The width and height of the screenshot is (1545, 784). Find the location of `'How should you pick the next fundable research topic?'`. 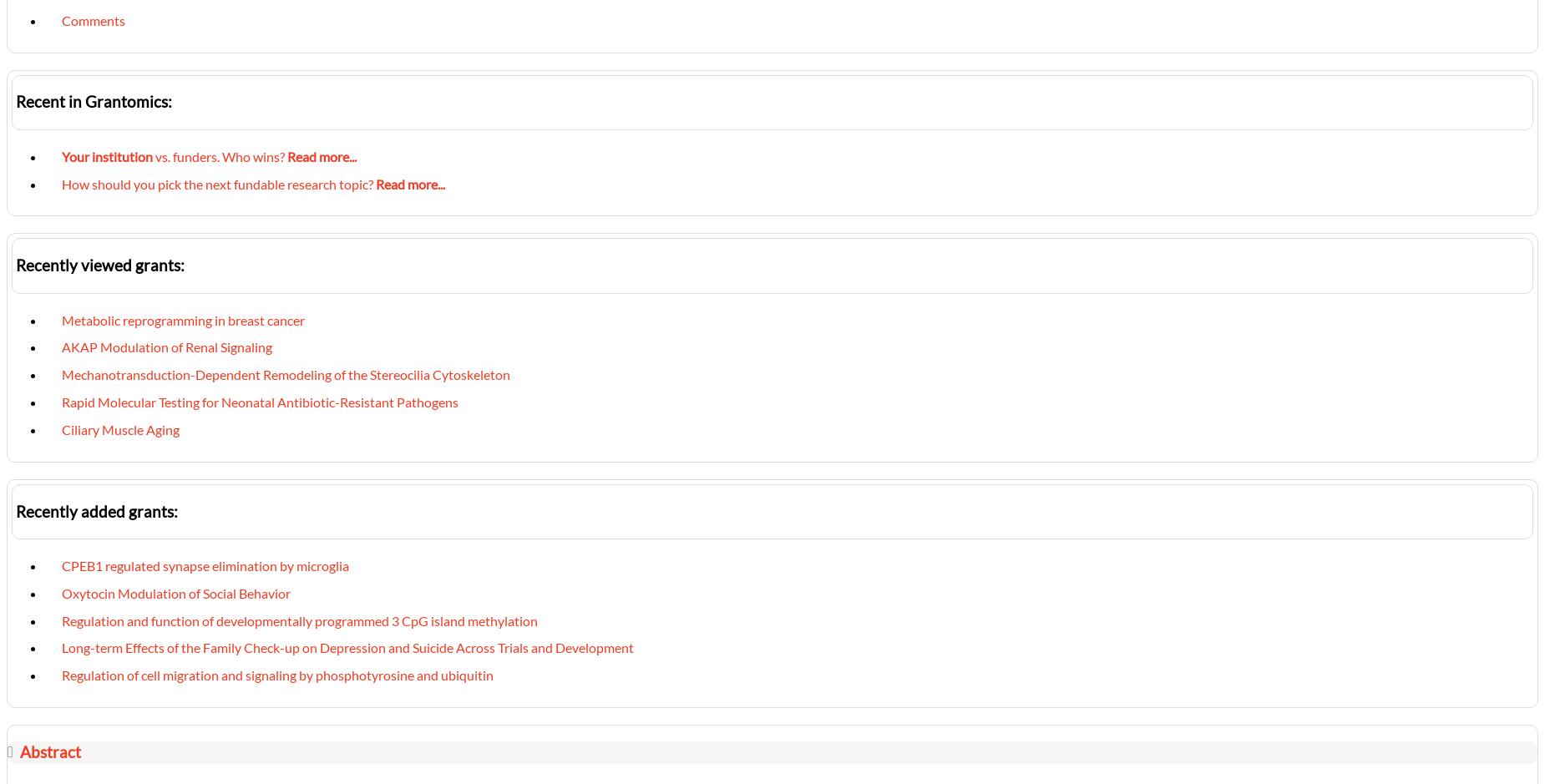

'How should you pick the next fundable research topic?' is located at coordinates (61, 183).